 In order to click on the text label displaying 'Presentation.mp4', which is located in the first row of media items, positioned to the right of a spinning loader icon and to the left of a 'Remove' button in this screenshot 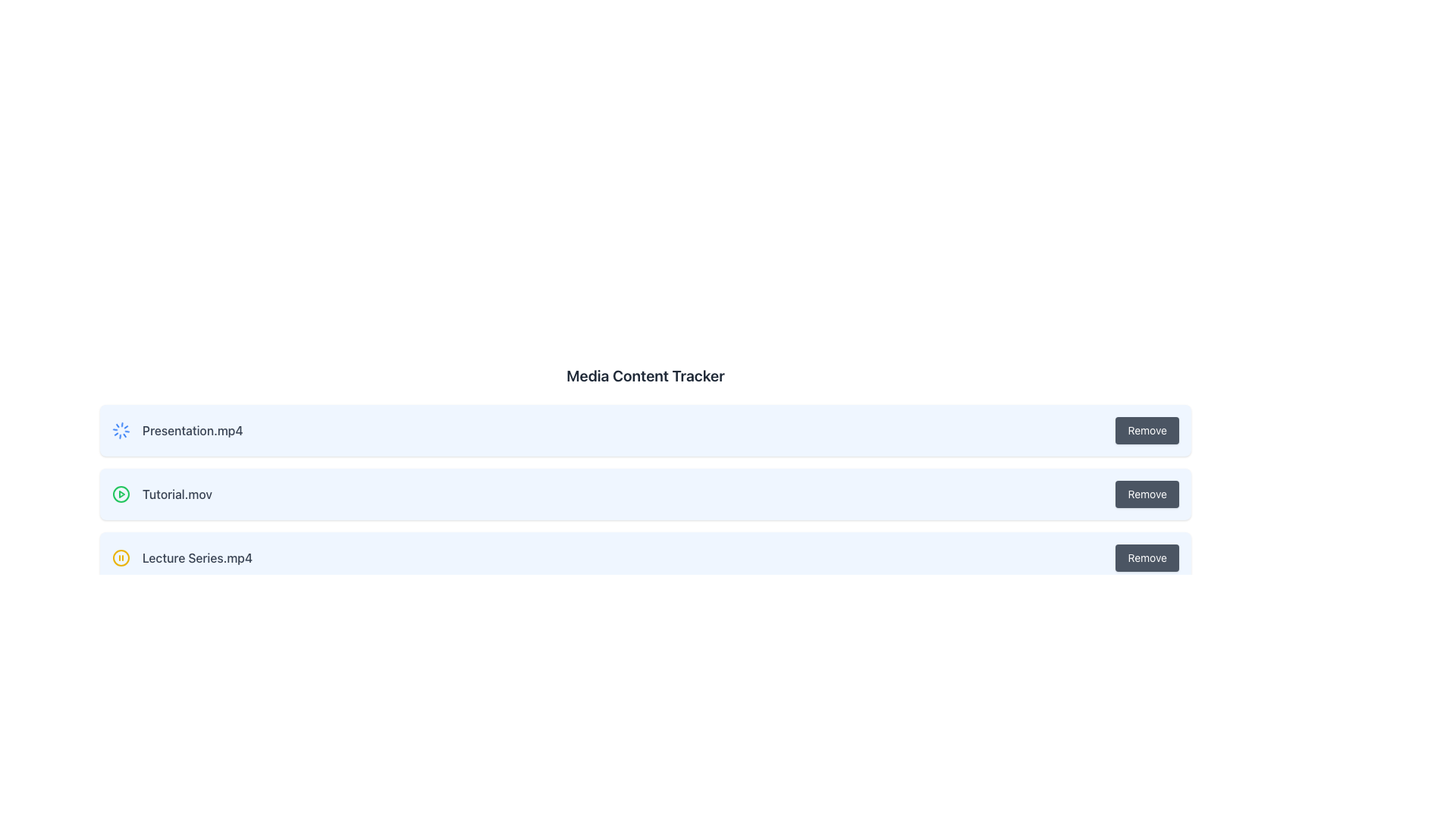, I will do `click(192, 430)`.